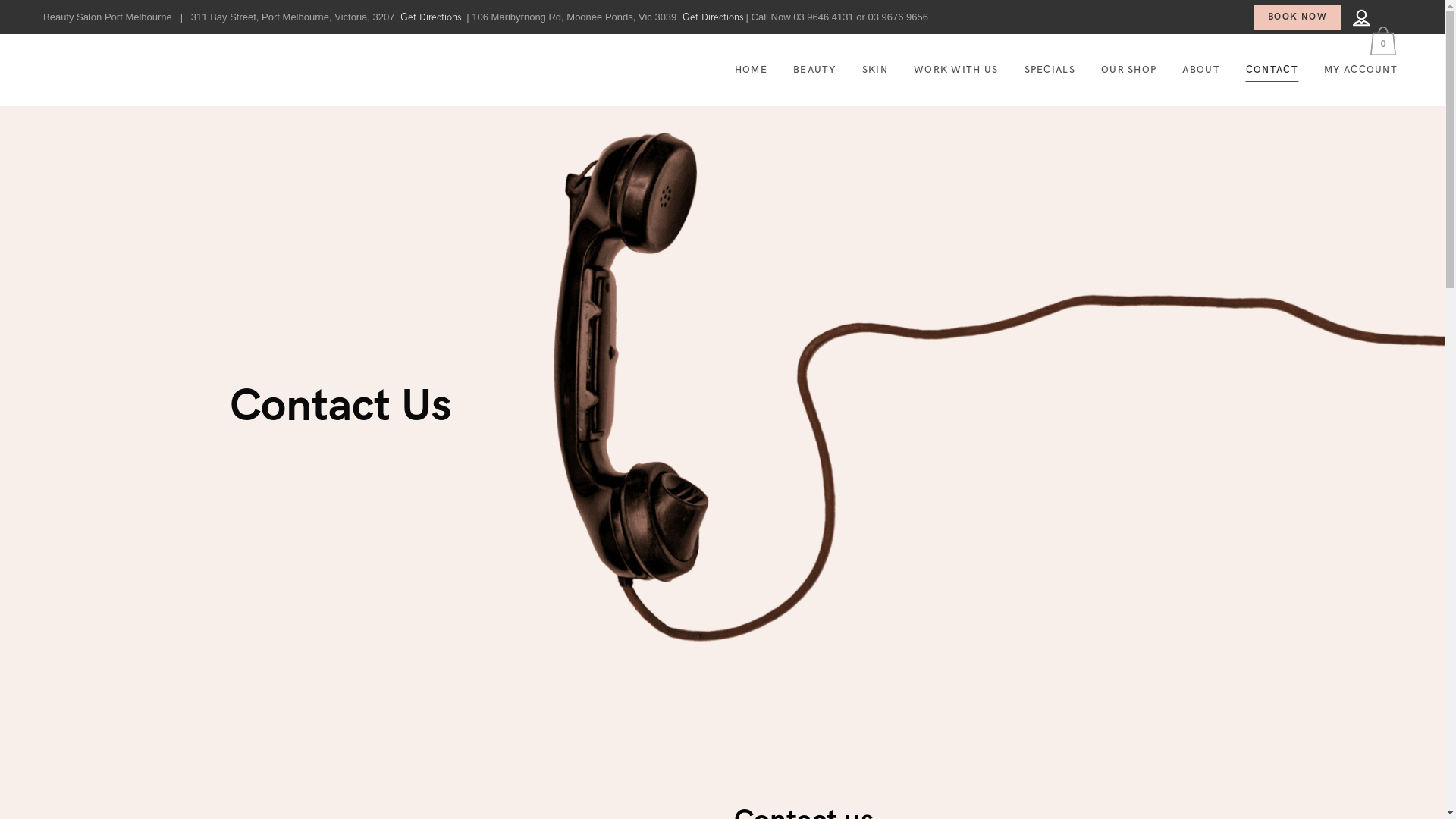 The image size is (1456, 819). Describe the element at coordinates (1386, 39) in the screenshot. I see `'0'` at that location.